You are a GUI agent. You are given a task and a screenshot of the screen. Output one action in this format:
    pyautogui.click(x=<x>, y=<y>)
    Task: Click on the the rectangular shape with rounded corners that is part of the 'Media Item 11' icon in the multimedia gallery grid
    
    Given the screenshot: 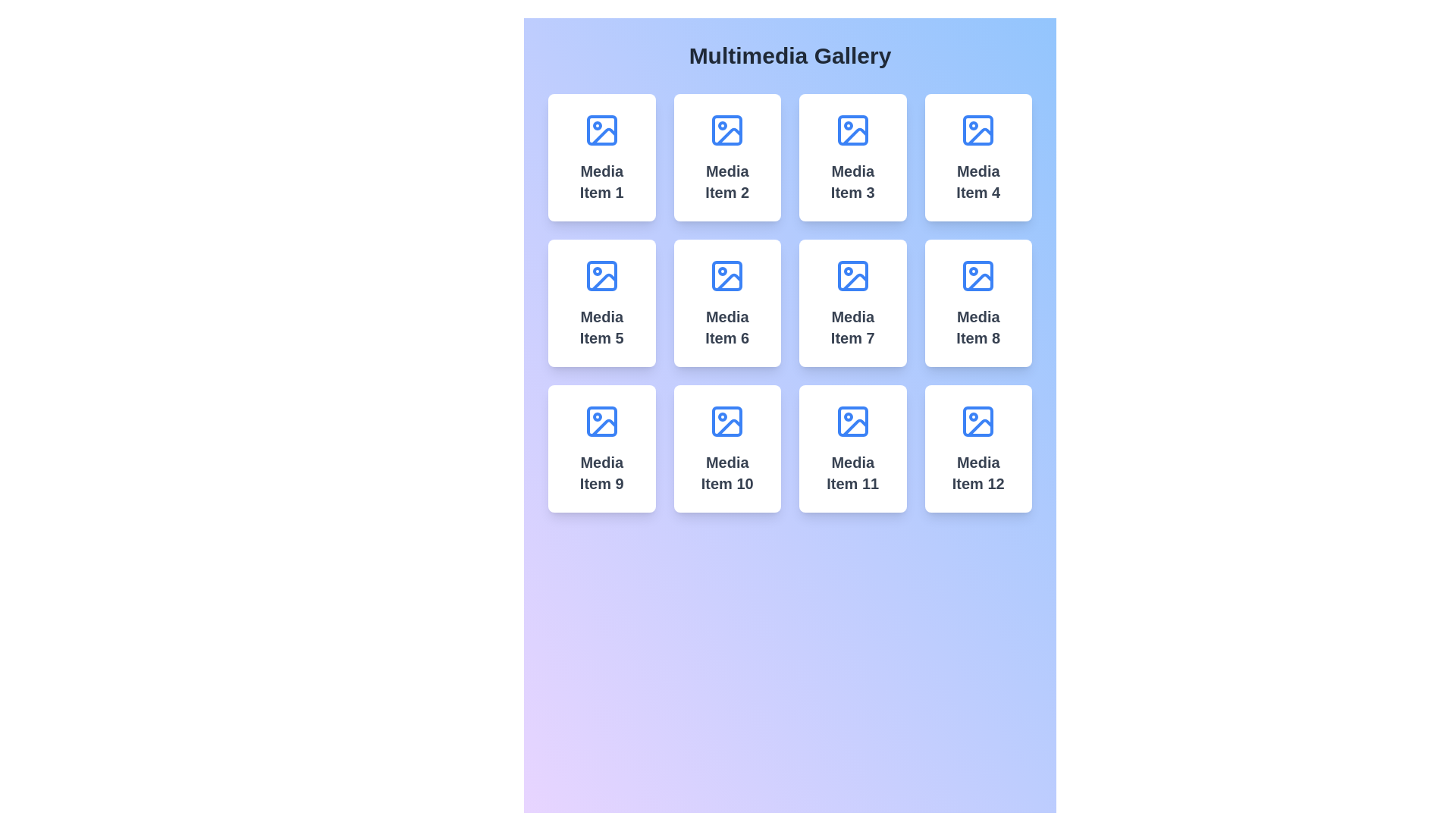 What is the action you would take?
    pyautogui.click(x=852, y=421)
    